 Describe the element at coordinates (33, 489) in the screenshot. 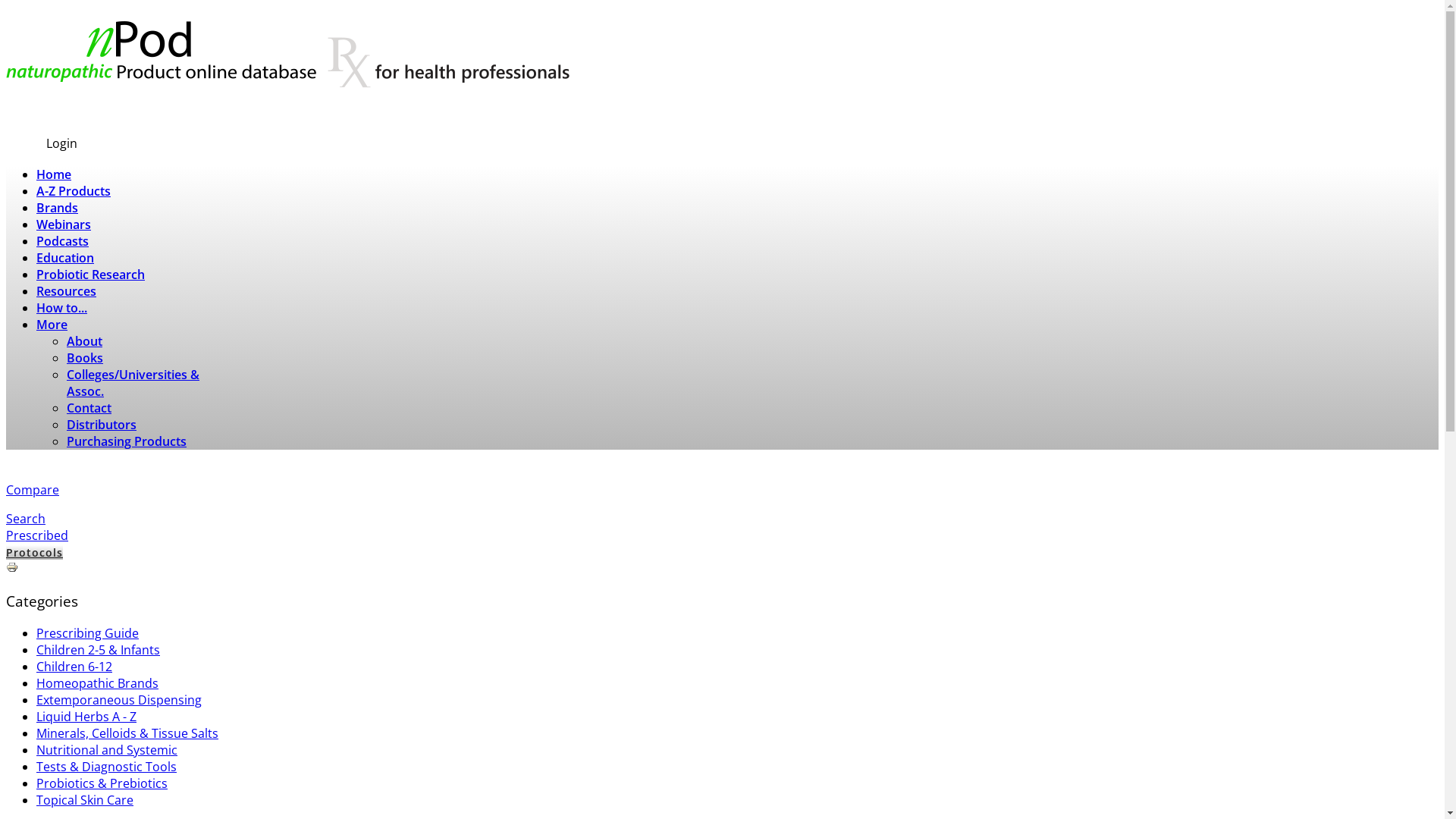

I see `'Compare'` at that location.